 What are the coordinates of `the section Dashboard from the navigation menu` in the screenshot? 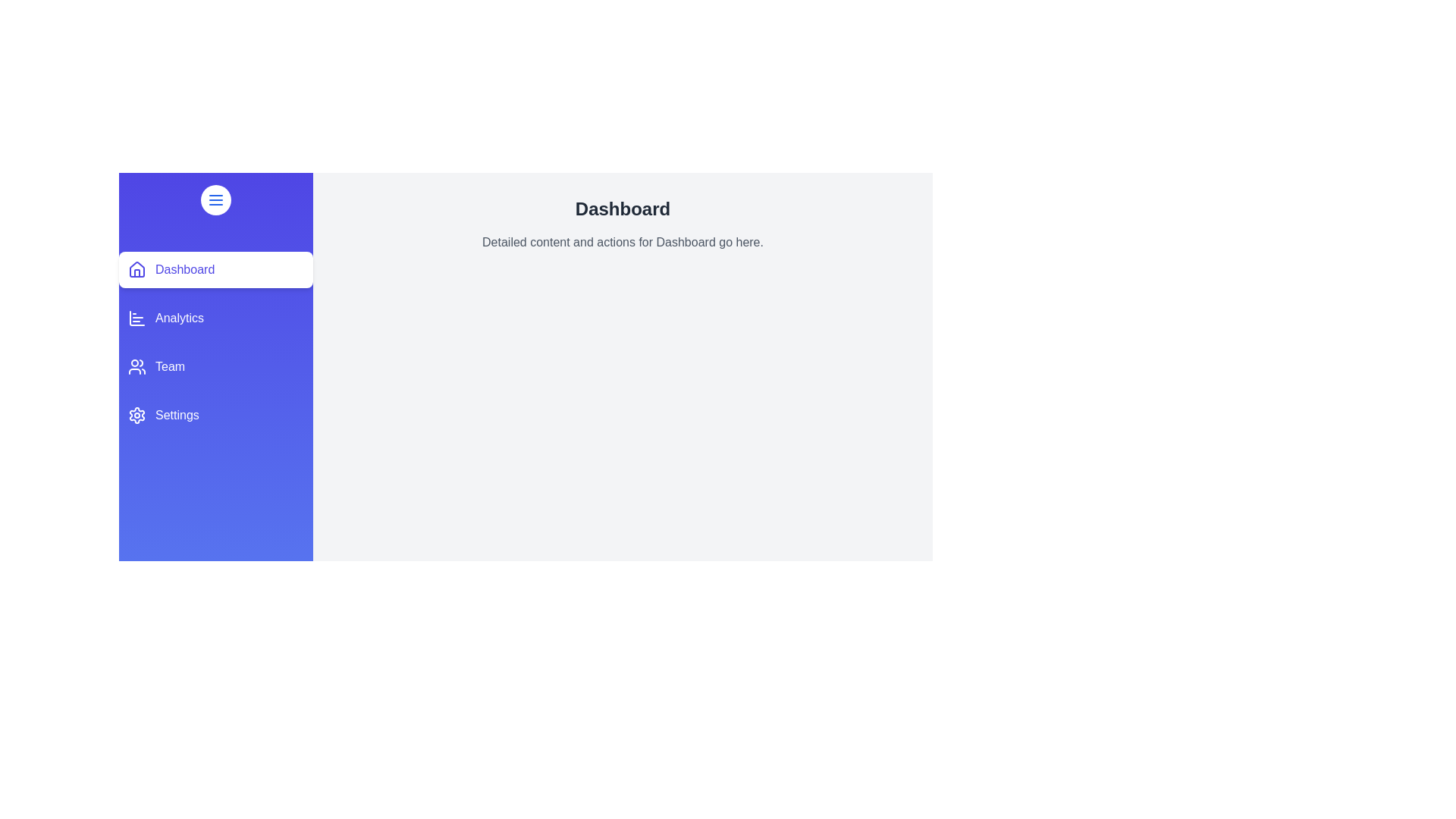 It's located at (215, 268).